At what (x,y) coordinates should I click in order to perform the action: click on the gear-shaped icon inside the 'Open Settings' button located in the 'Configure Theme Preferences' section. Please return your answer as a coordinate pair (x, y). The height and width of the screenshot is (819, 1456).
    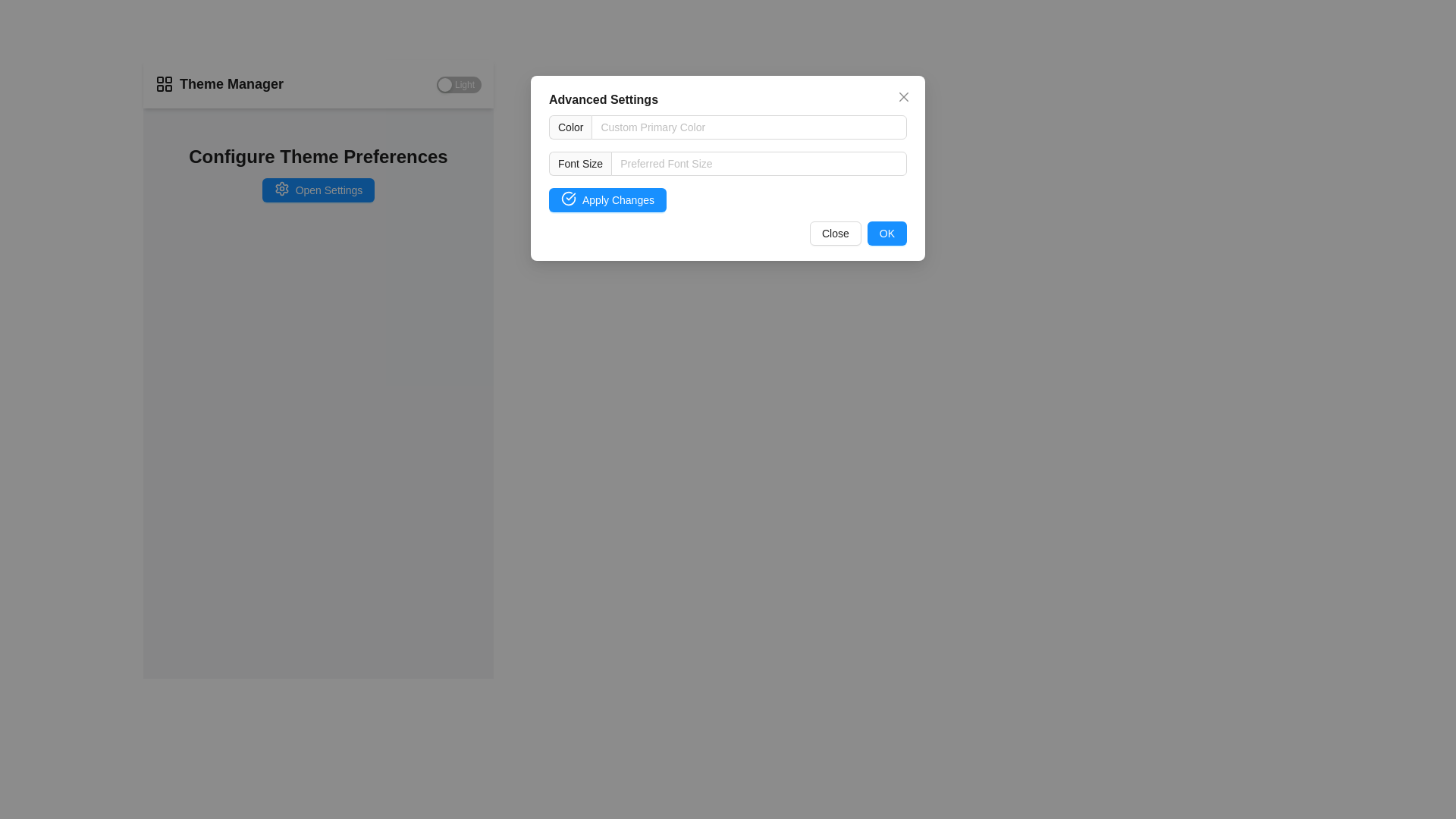
    Looking at the image, I should click on (281, 187).